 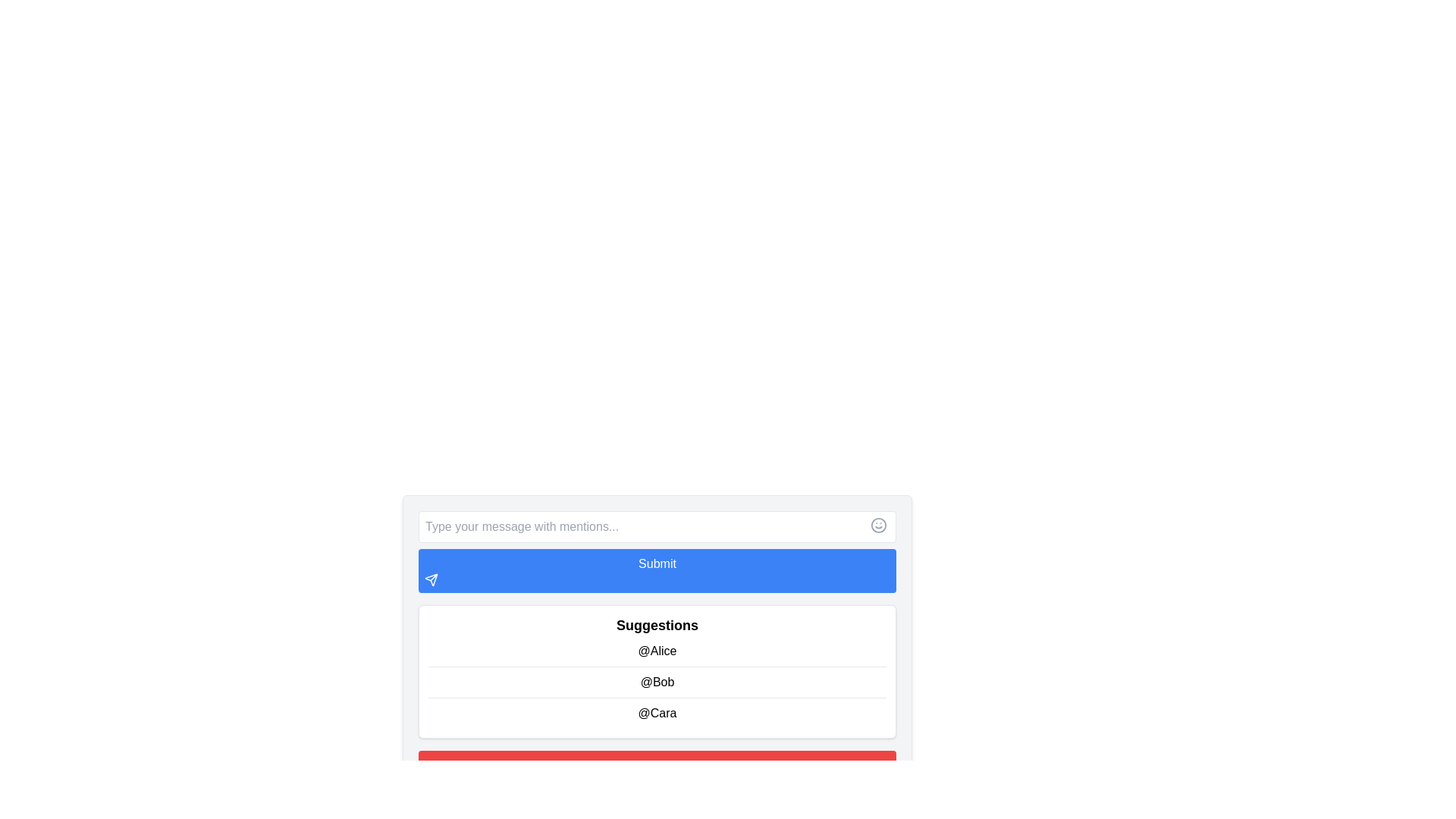 What do you see at coordinates (878, 525) in the screenshot?
I see `the smiley face icon located on the far right side of the text input box labeled 'Type your message with mentions...'` at bounding box center [878, 525].